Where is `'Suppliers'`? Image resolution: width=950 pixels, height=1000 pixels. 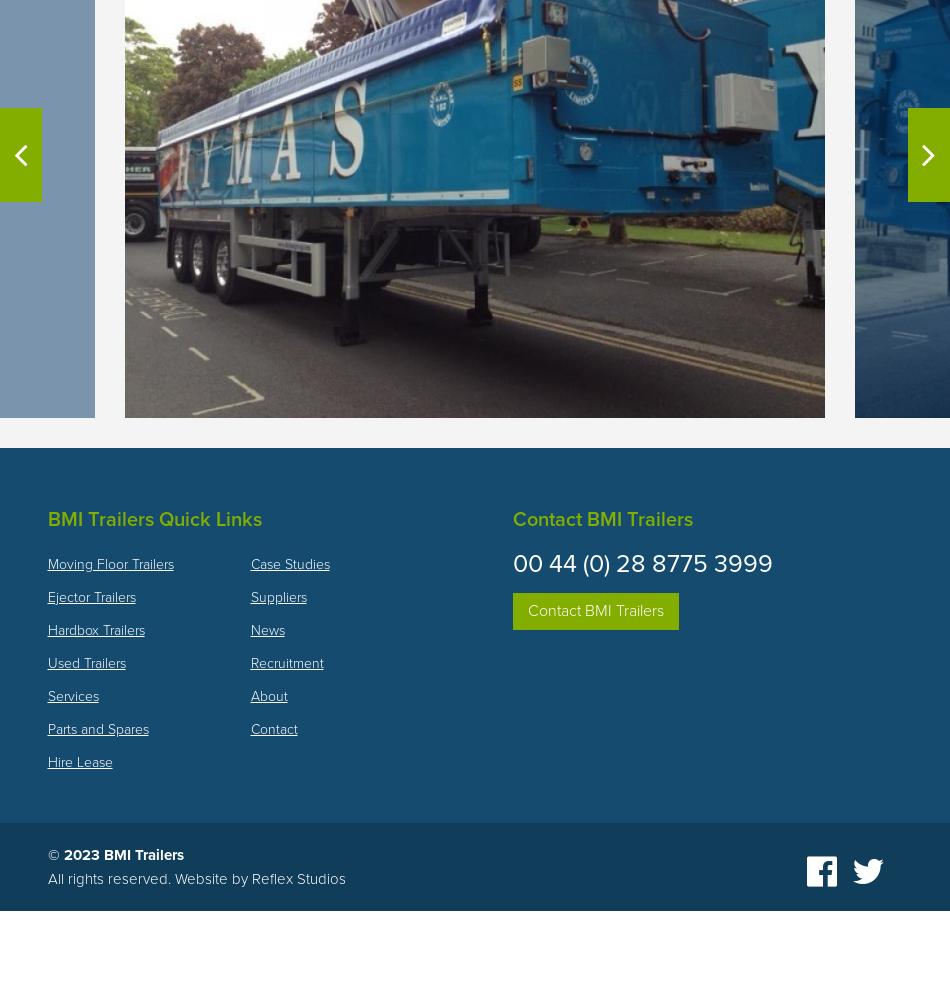 'Suppliers' is located at coordinates (276, 595).